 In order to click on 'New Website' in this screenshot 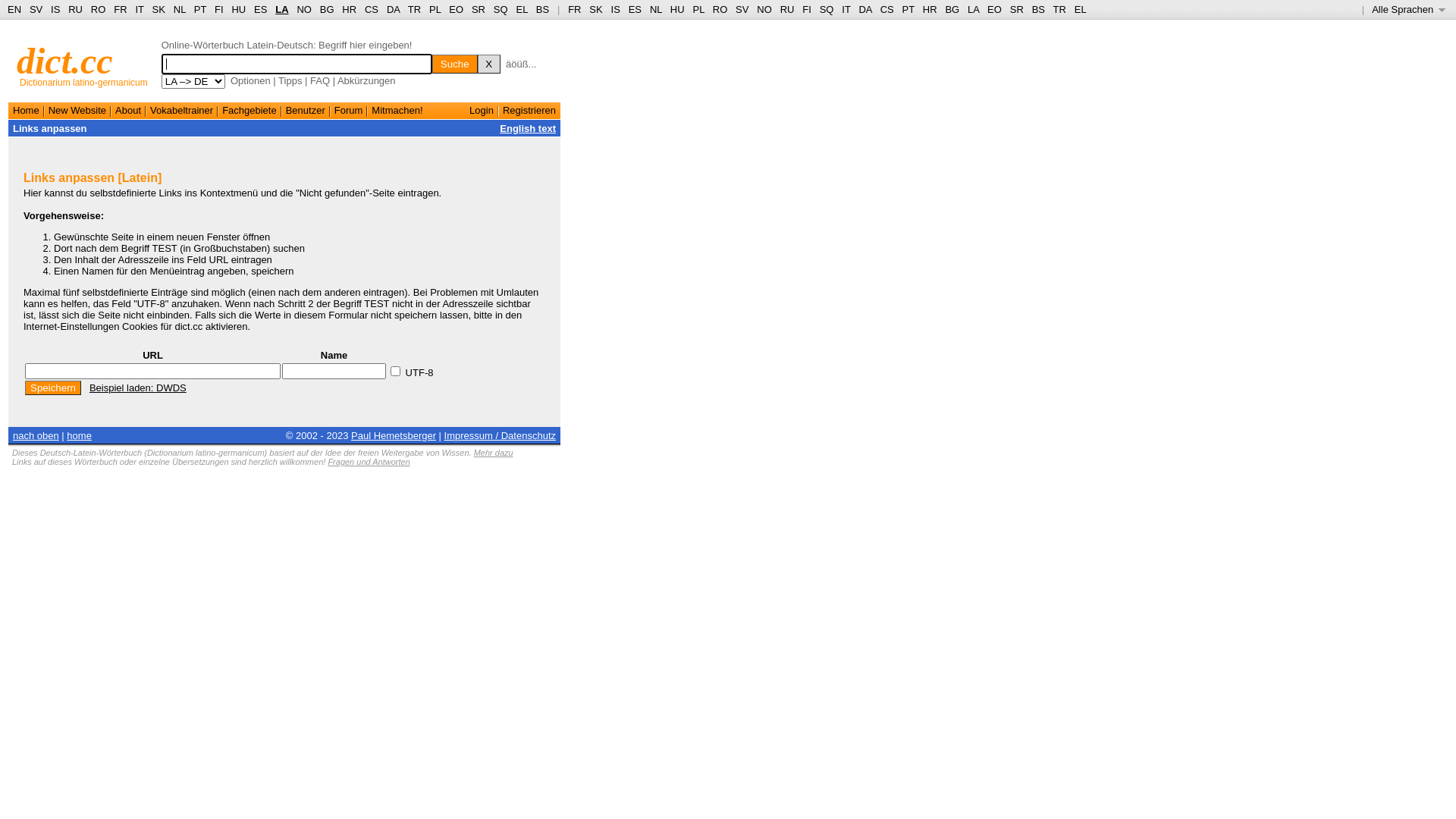, I will do `click(76, 109)`.